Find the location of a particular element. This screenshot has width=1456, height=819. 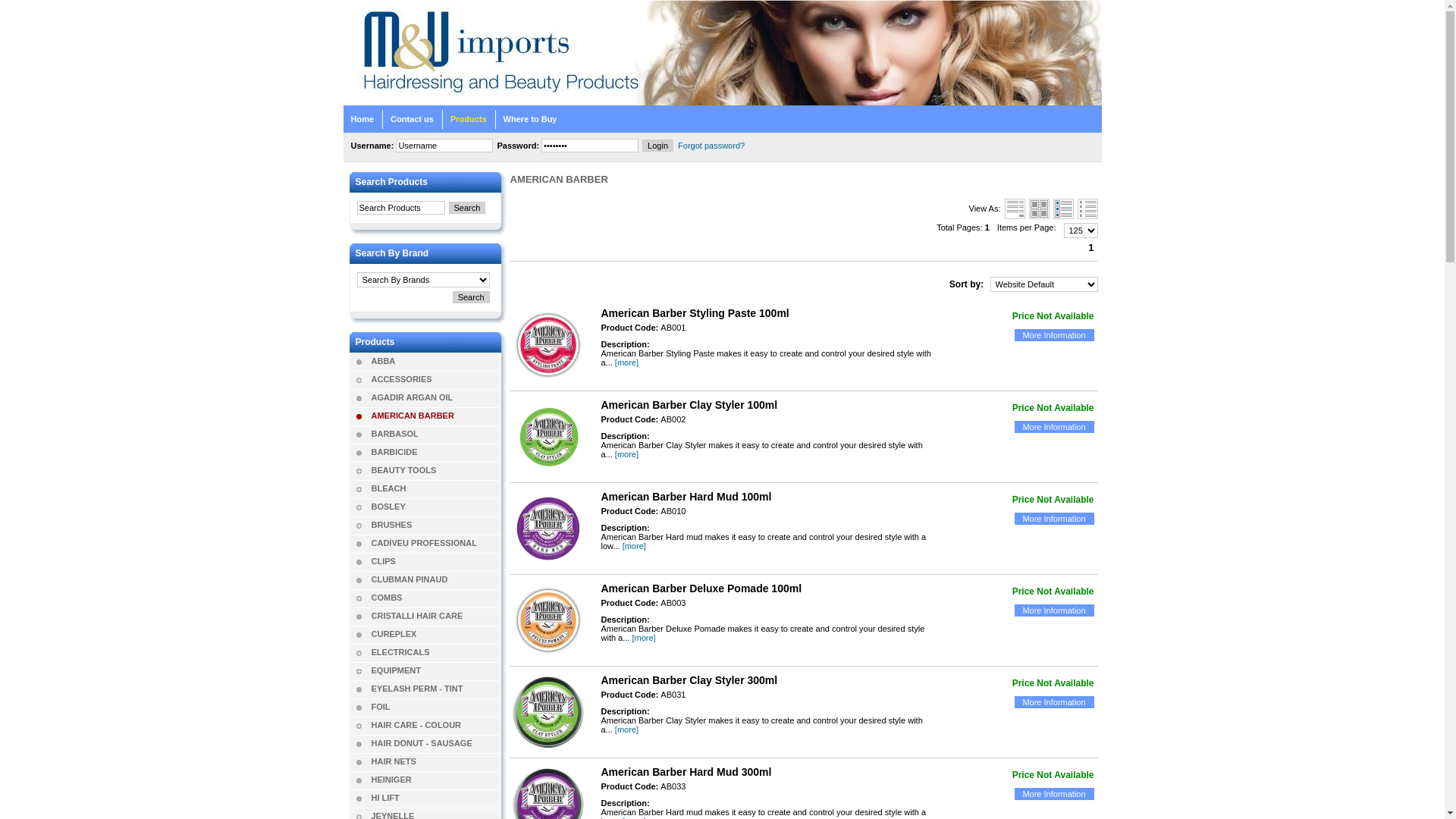

'AGADIR ARGAN OIL' is located at coordinates (435, 397).